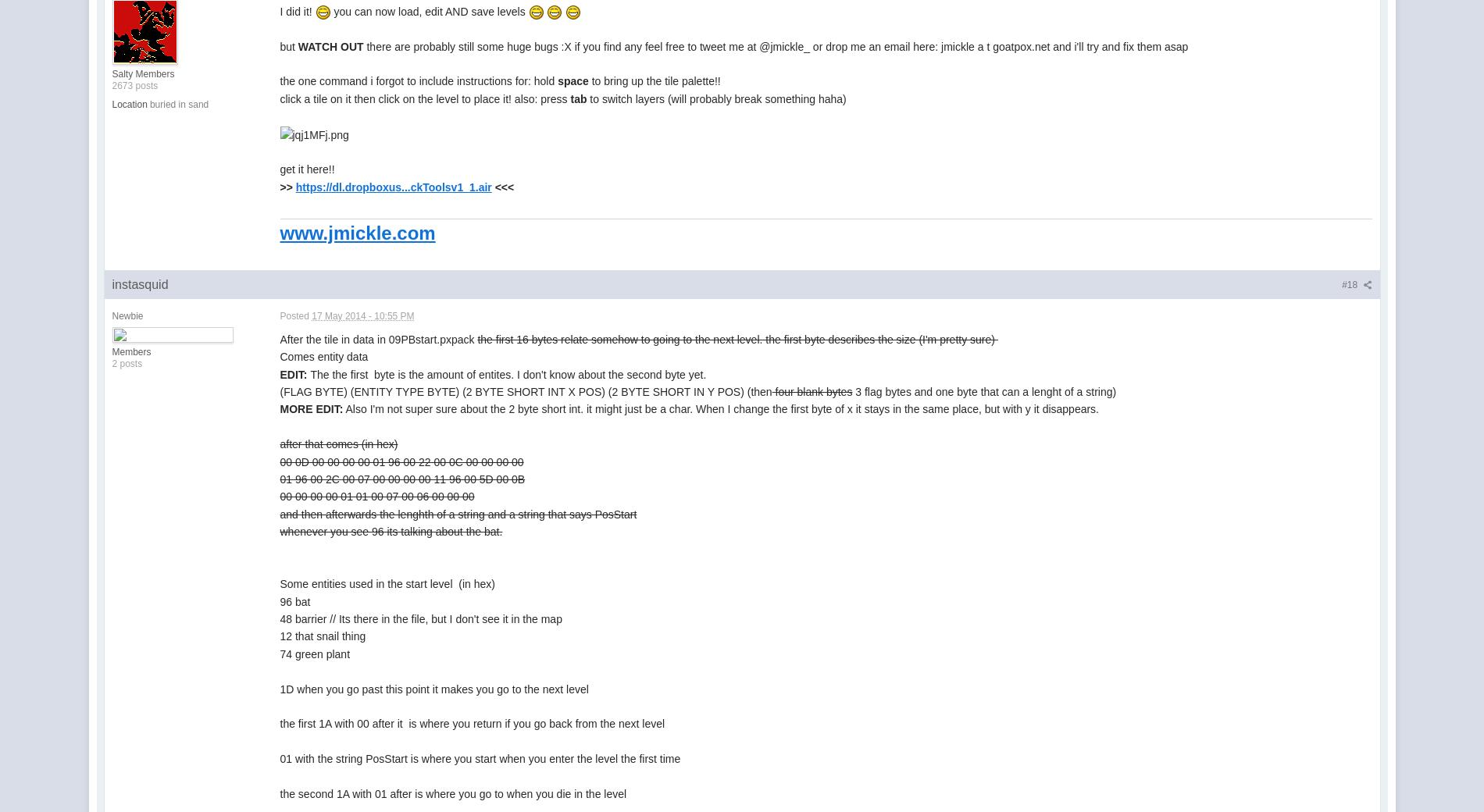 The height and width of the screenshot is (812, 1484). Describe the element at coordinates (139, 283) in the screenshot. I see `'instasquid'` at that location.